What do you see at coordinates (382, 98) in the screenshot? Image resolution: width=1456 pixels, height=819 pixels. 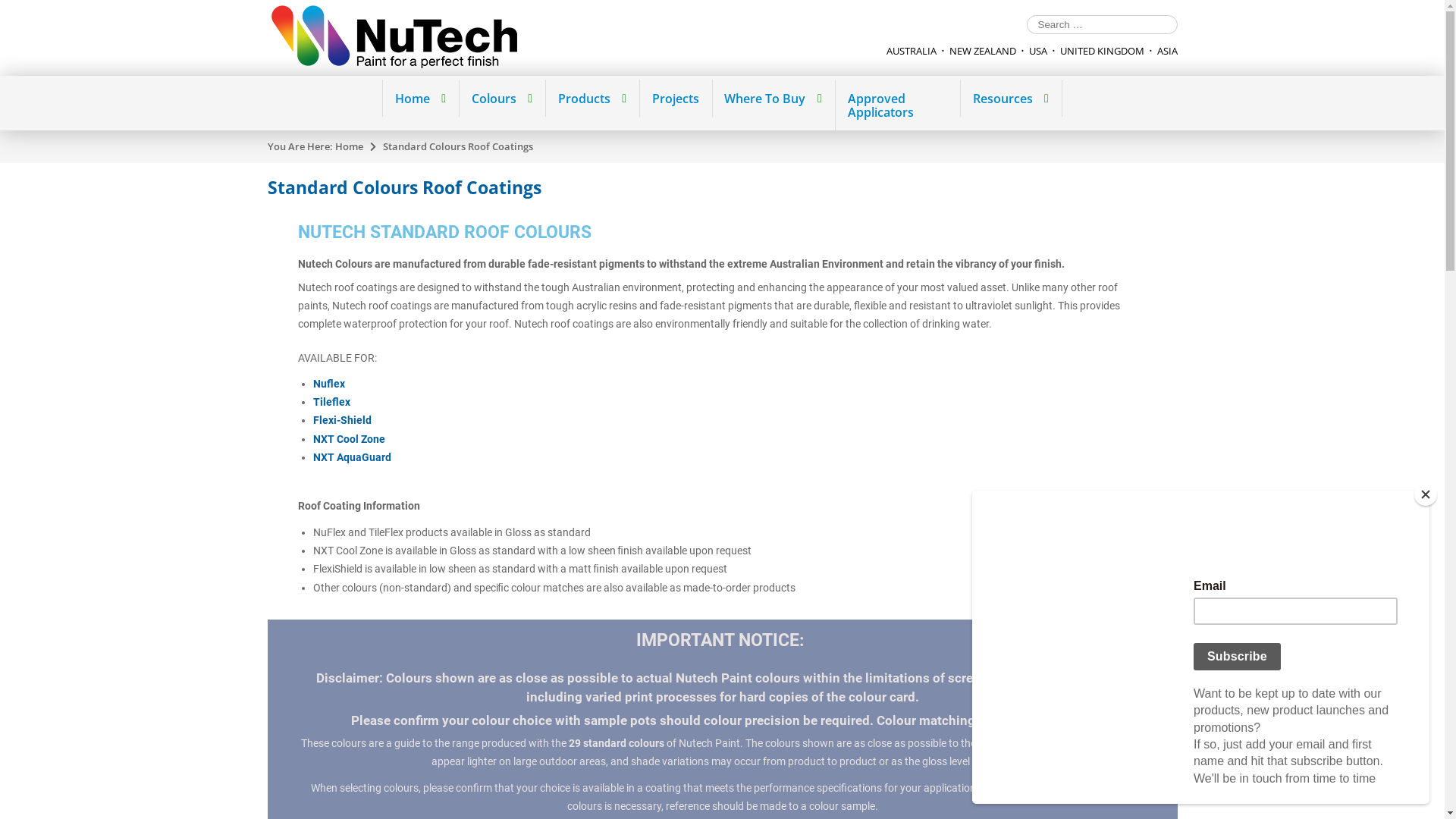 I see `'Home'` at bounding box center [382, 98].